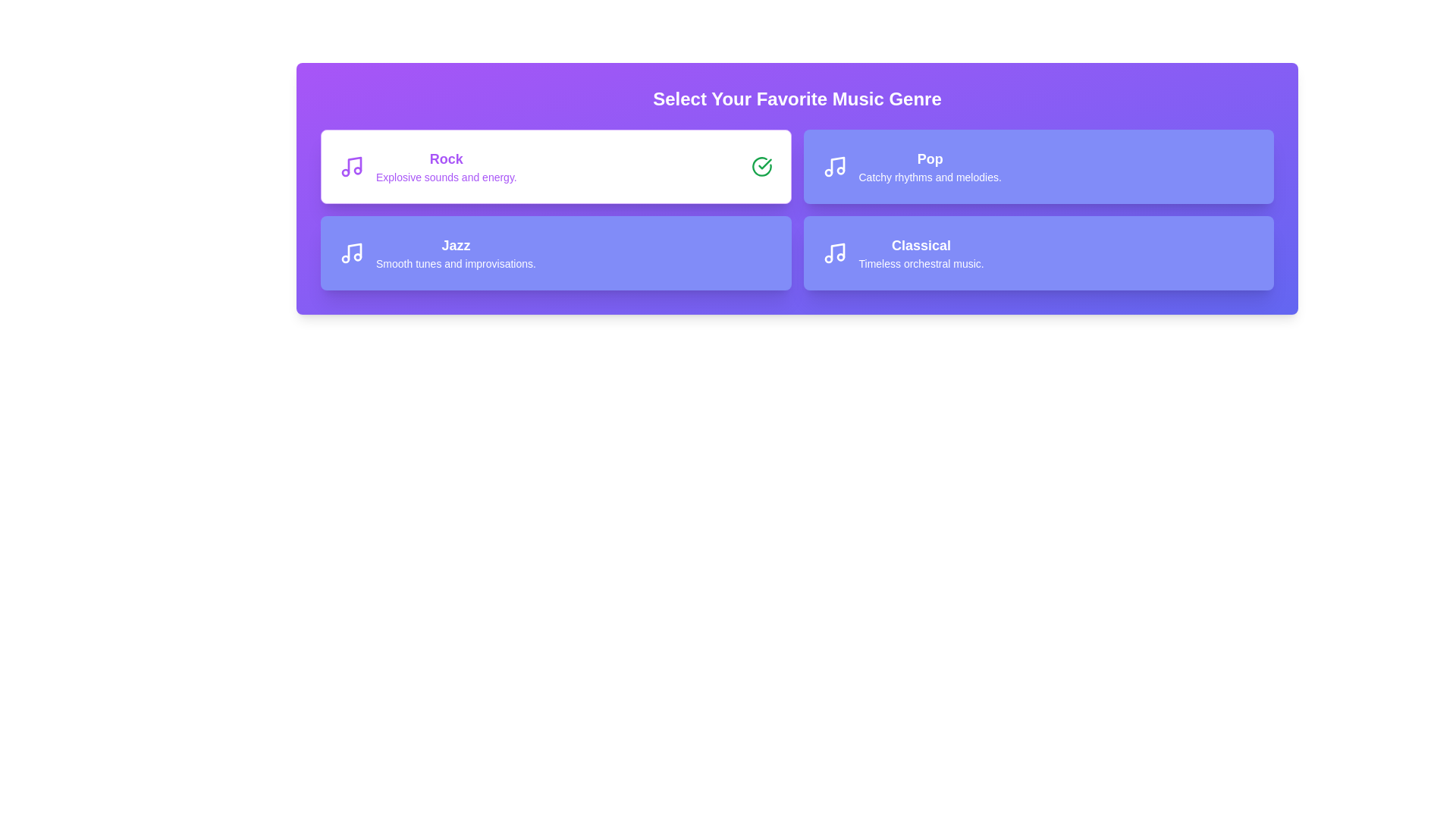  I want to click on the text label providing supplementary information about the 'Jazz' music genre, located directly below the 'Jazz' label within a blue rectangular card, so click(455, 262).